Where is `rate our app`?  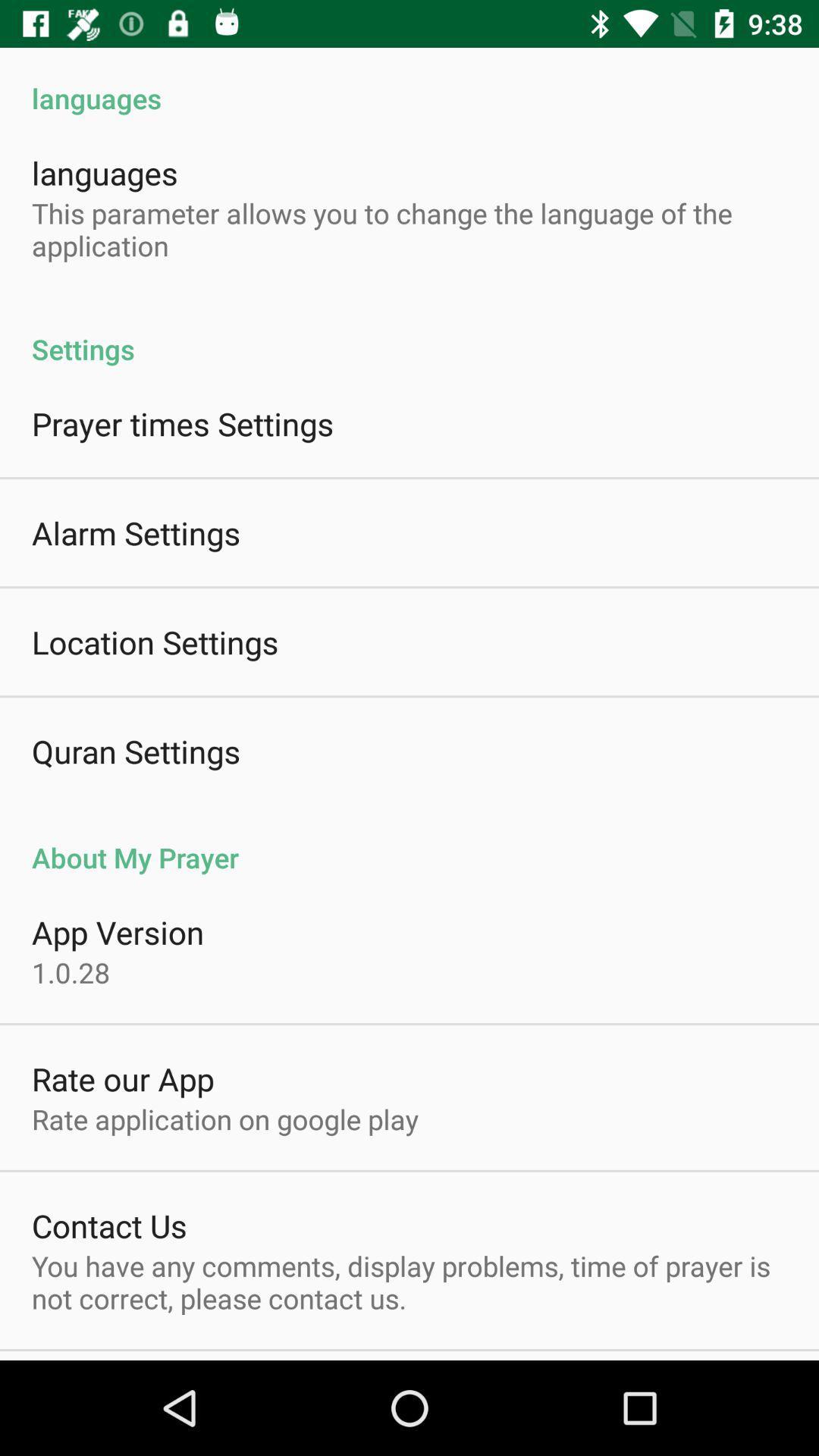 rate our app is located at coordinates (122, 1078).